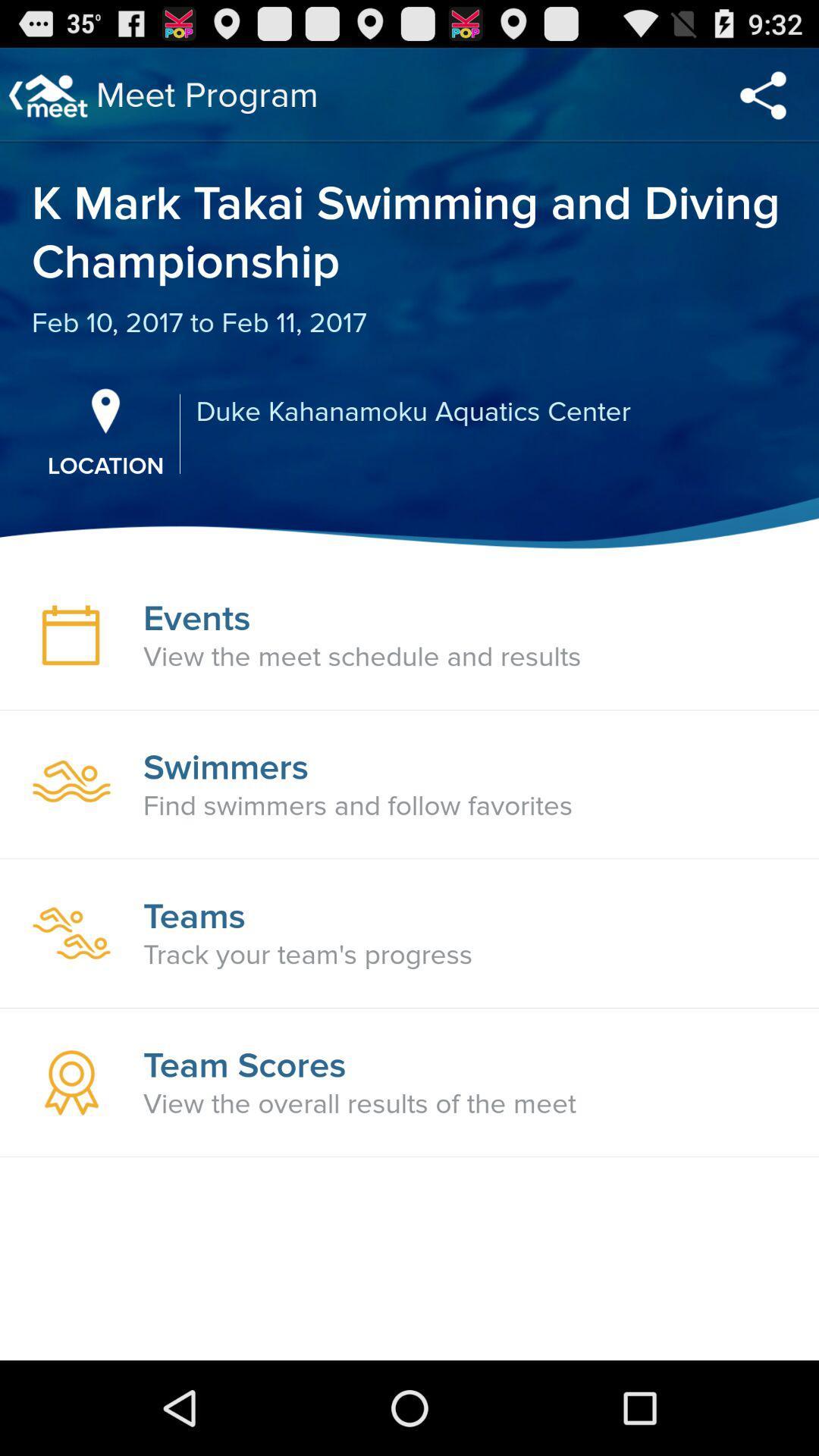  Describe the element at coordinates (763, 94) in the screenshot. I see `the item above the k mark takai icon` at that location.